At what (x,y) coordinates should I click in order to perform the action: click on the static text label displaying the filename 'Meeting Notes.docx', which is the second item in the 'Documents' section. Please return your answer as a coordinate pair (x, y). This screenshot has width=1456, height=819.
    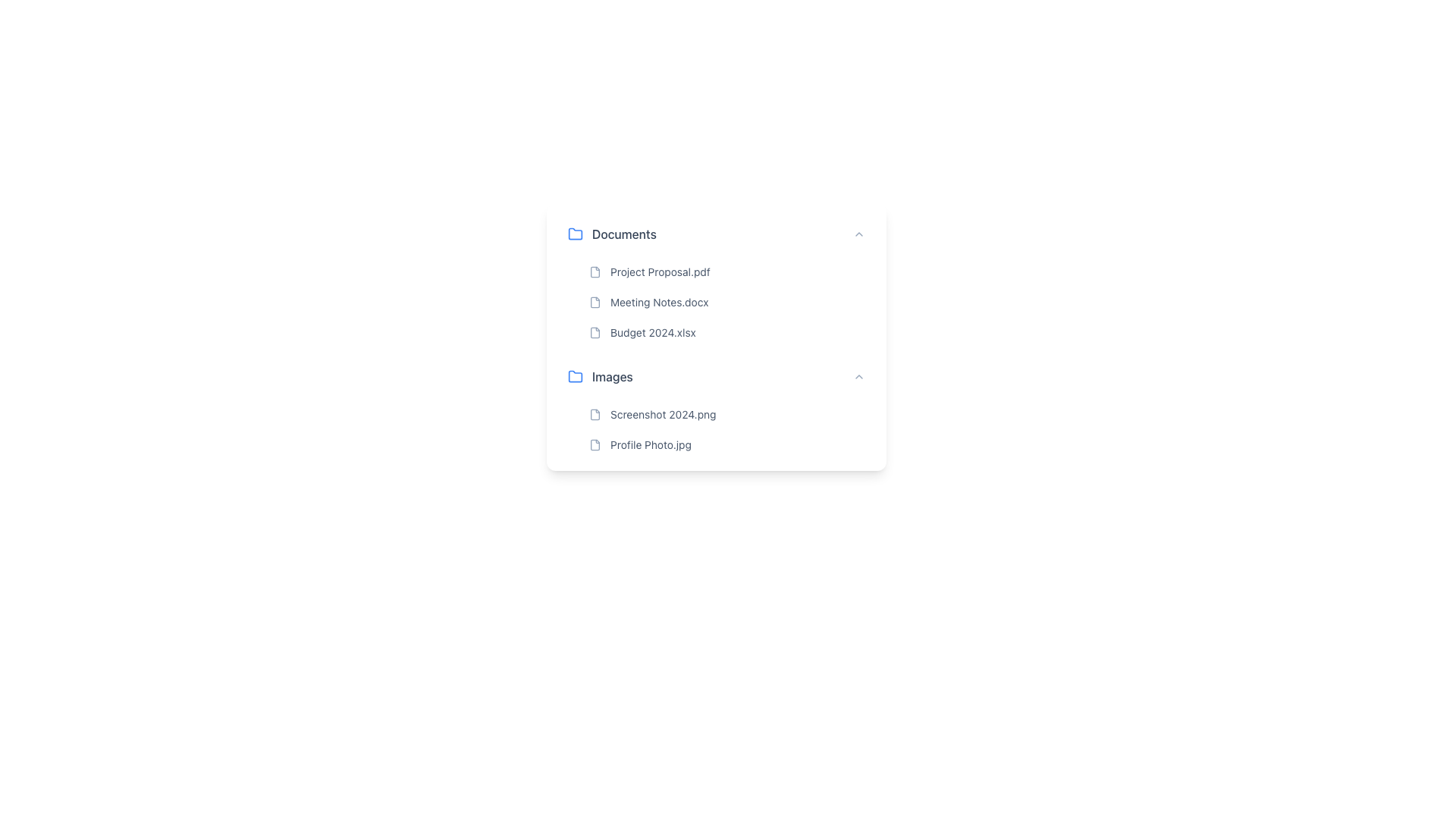
    Looking at the image, I should click on (659, 302).